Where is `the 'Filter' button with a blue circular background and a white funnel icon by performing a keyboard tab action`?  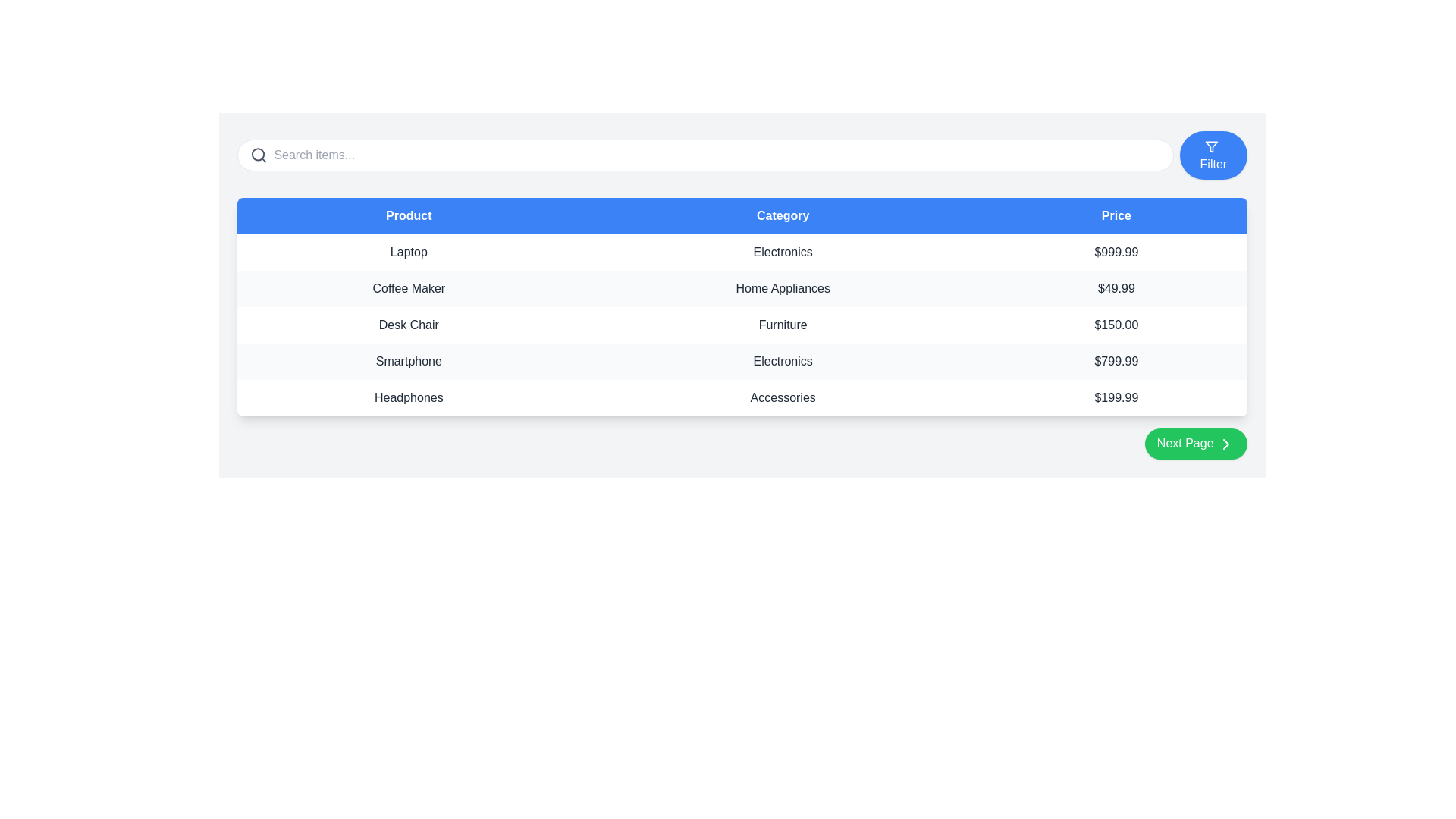 the 'Filter' button with a blue circular background and a white funnel icon by performing a keyboard tab action is located at coordinates (1213, 155).